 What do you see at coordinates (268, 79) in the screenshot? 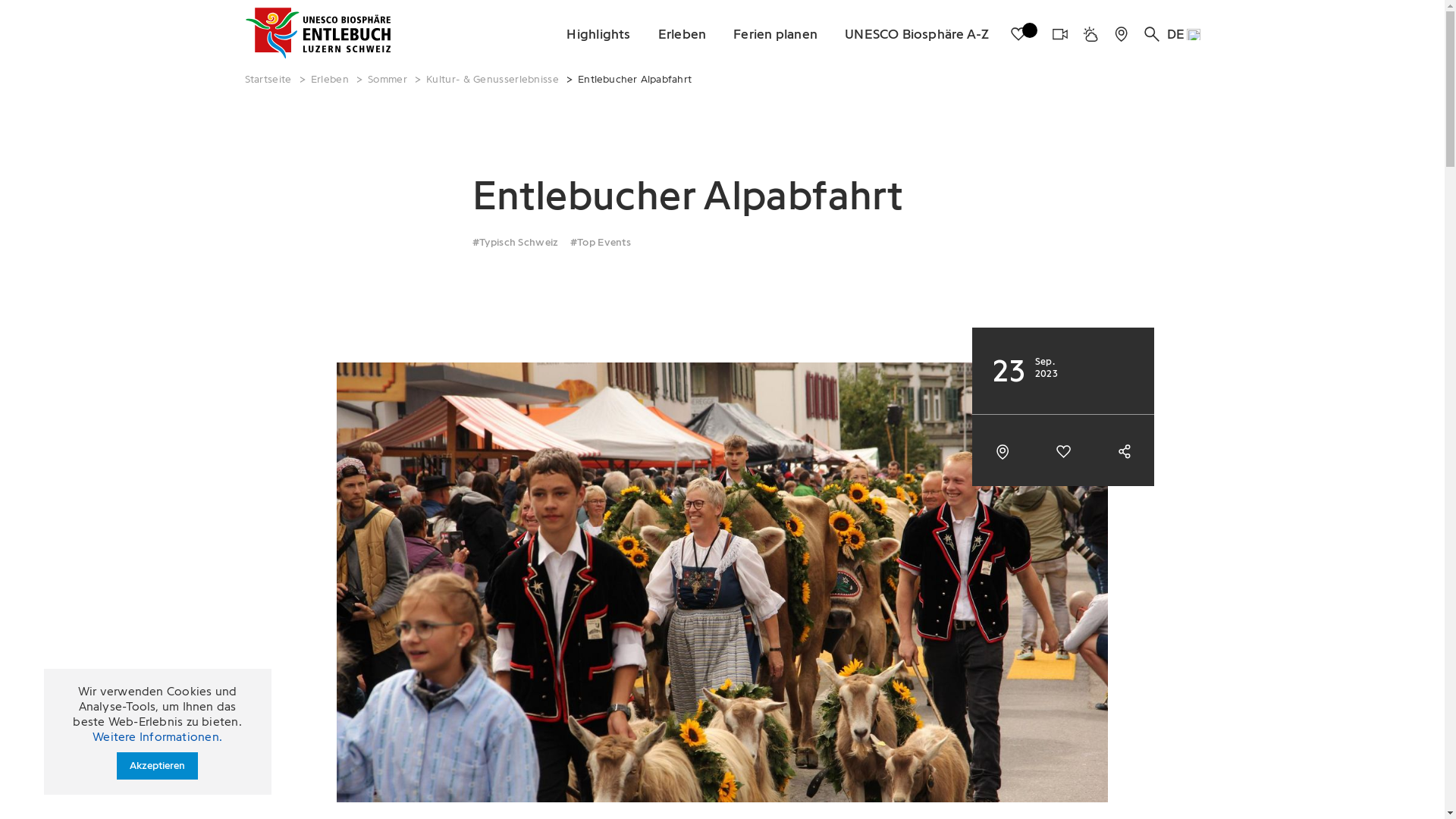
I see `'Startseite'` at bounding box center [268, 79].